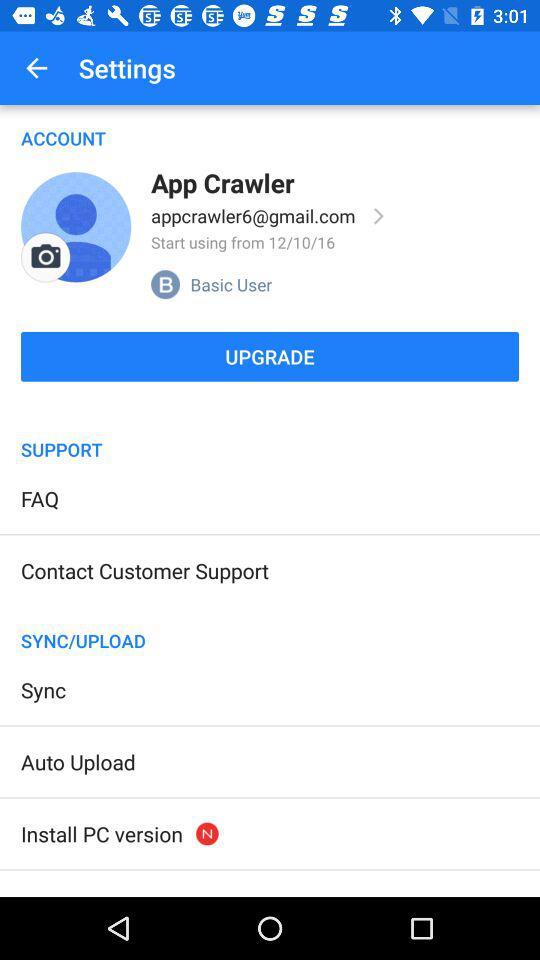 Image resolution: width=540 pixels, height=960 pixels. I want to click on the icon above the support, so click(270, 410).